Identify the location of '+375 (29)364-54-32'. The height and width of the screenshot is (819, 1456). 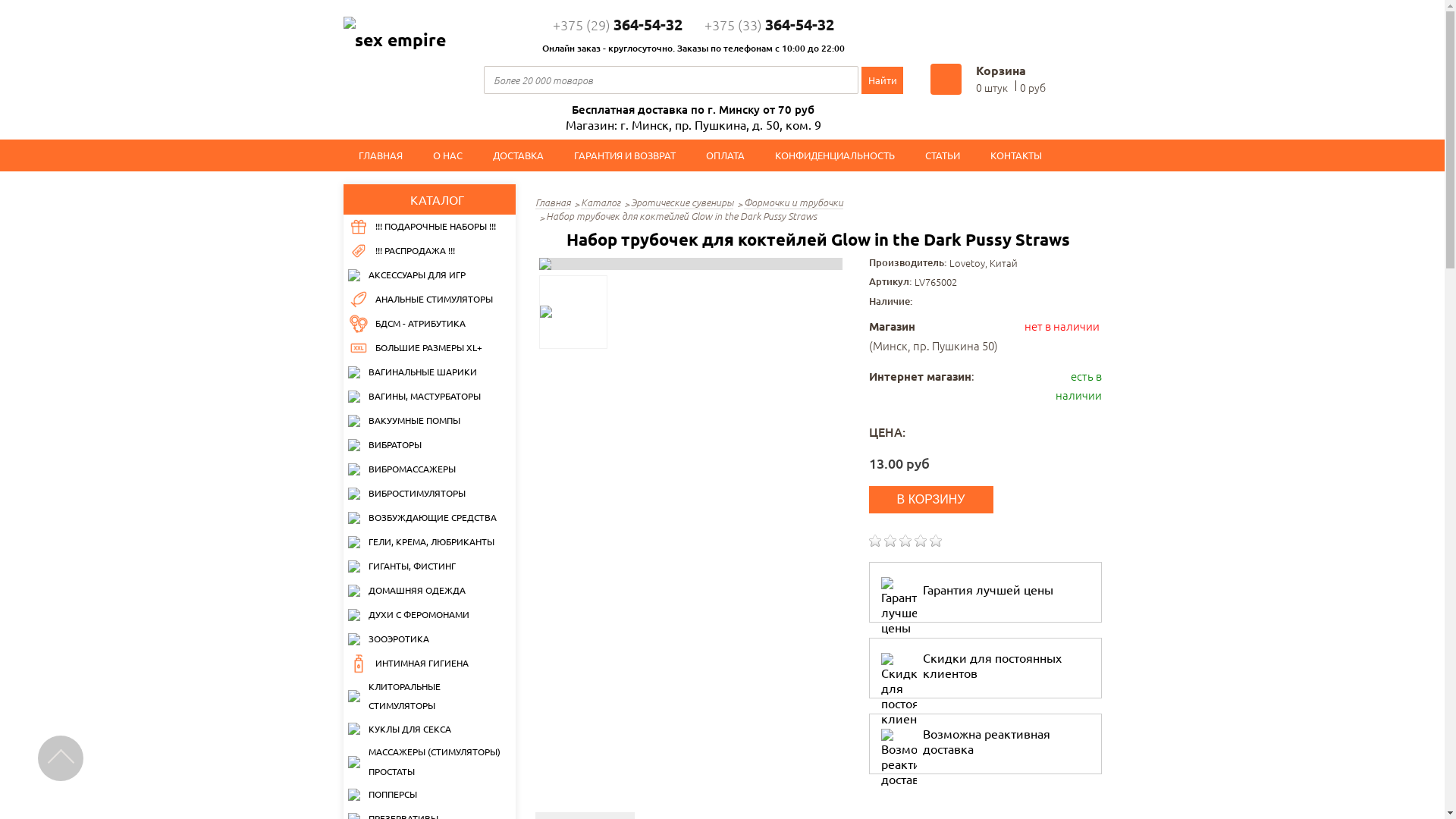
(617, 24).